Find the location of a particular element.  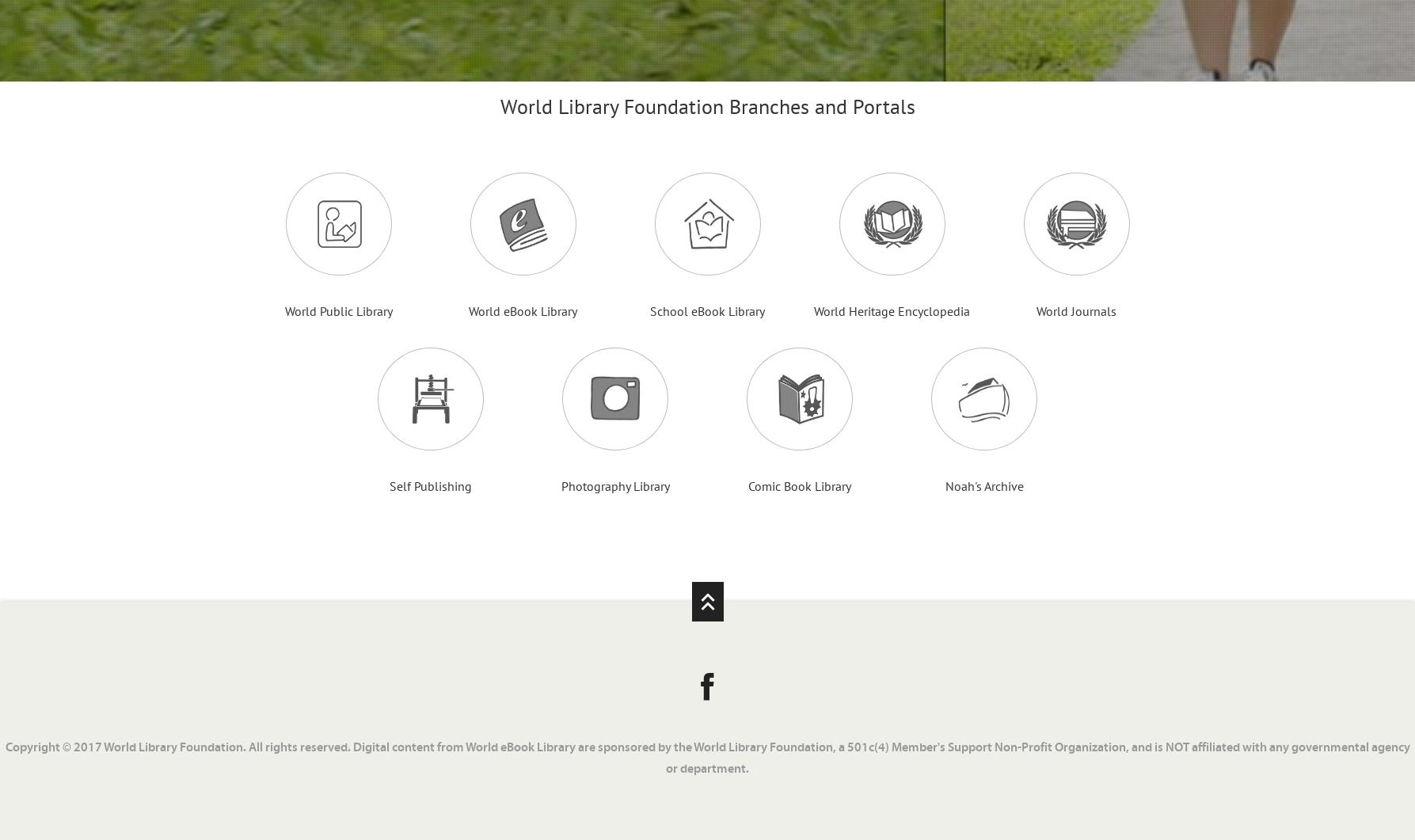

'Comic Book Library' is located at coordinates (799, 485).